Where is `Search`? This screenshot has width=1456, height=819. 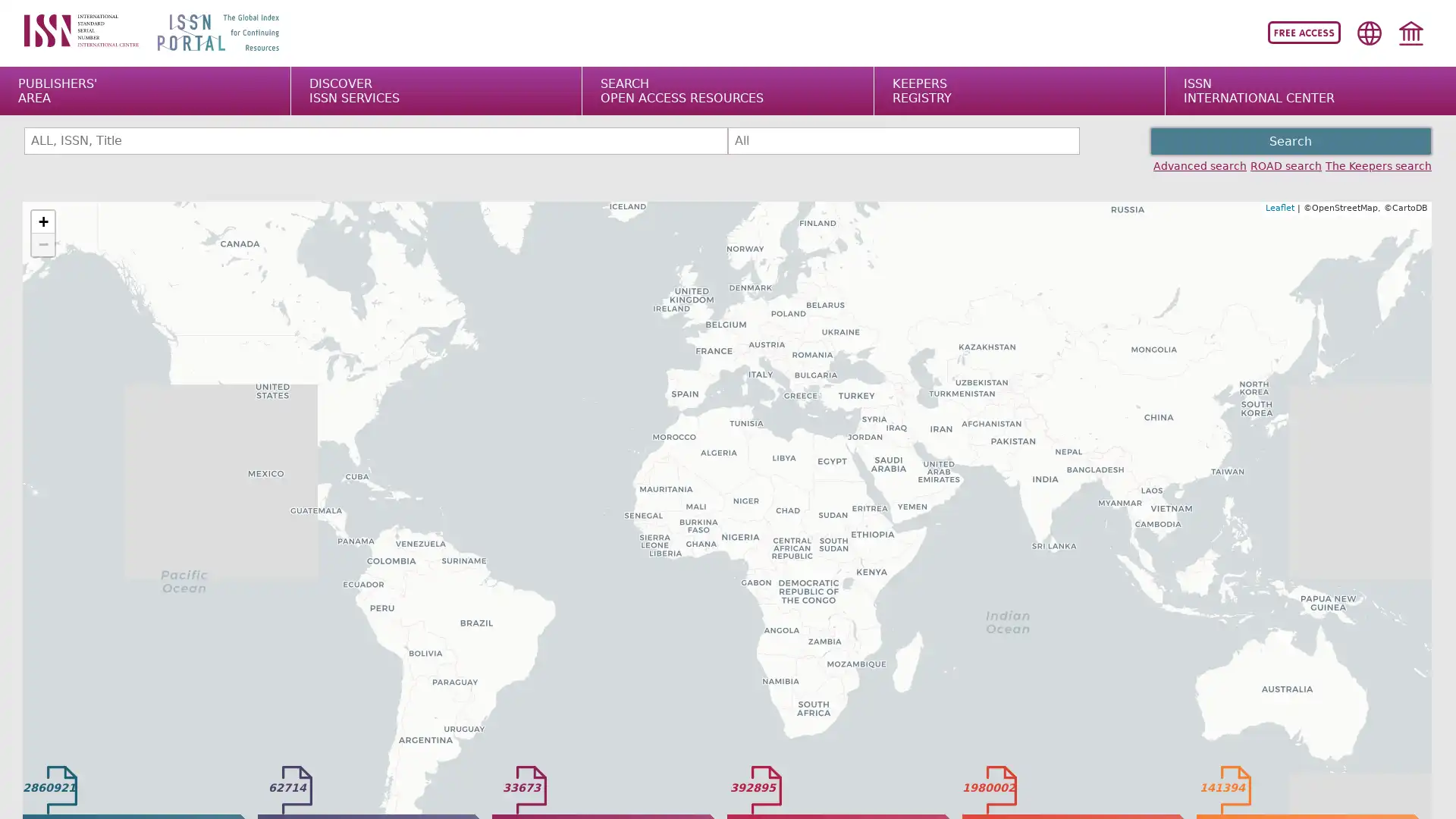 Search is located at coordinates (1290, 141).